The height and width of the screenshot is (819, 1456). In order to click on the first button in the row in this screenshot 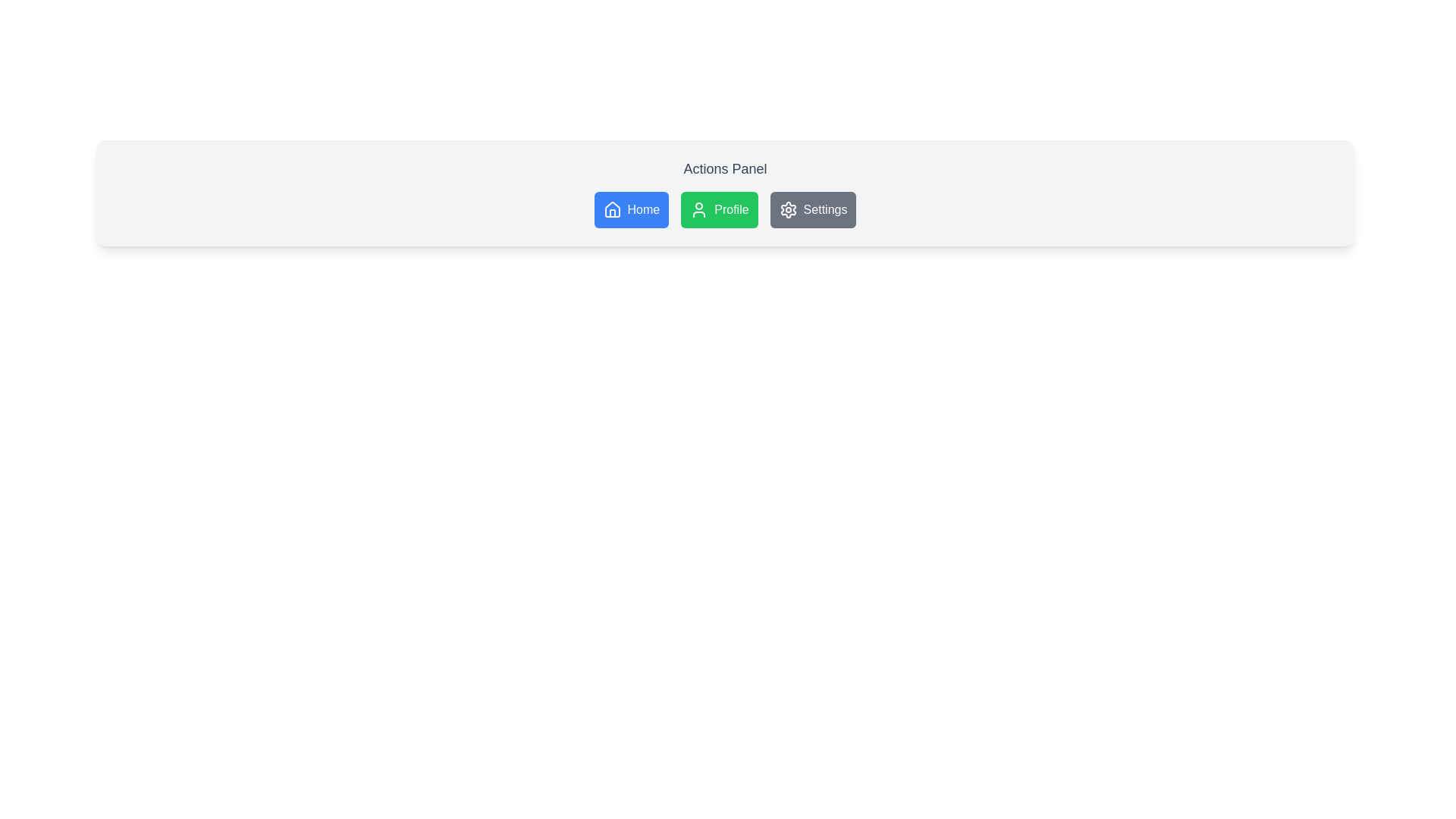, I will do `click(631, 210)`.